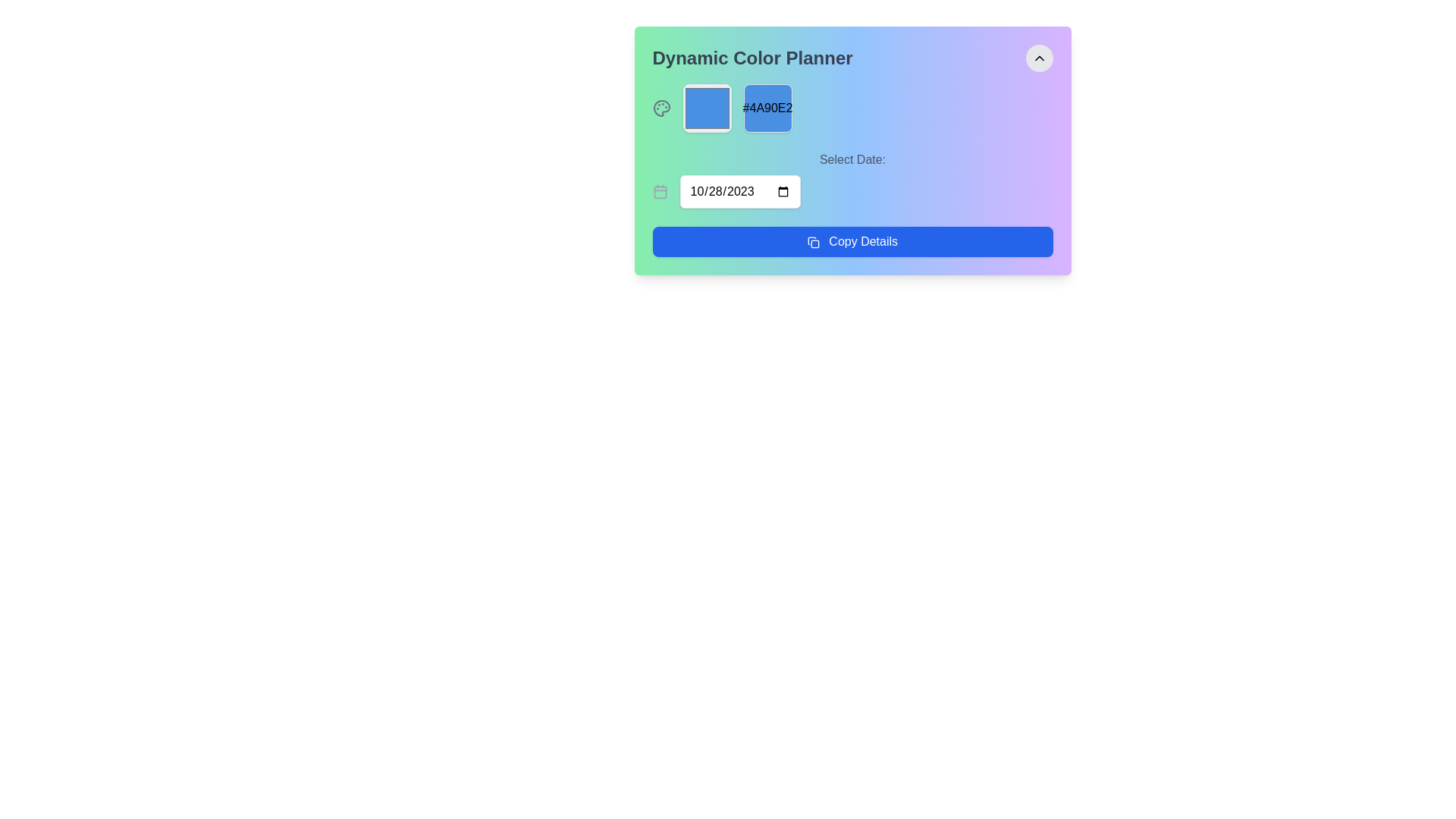  I want to click on the rounded rectangle inside the calendar icon, which is styled with a border and a transparent interior, located at the center of the calendar icon, so click(660, 191).